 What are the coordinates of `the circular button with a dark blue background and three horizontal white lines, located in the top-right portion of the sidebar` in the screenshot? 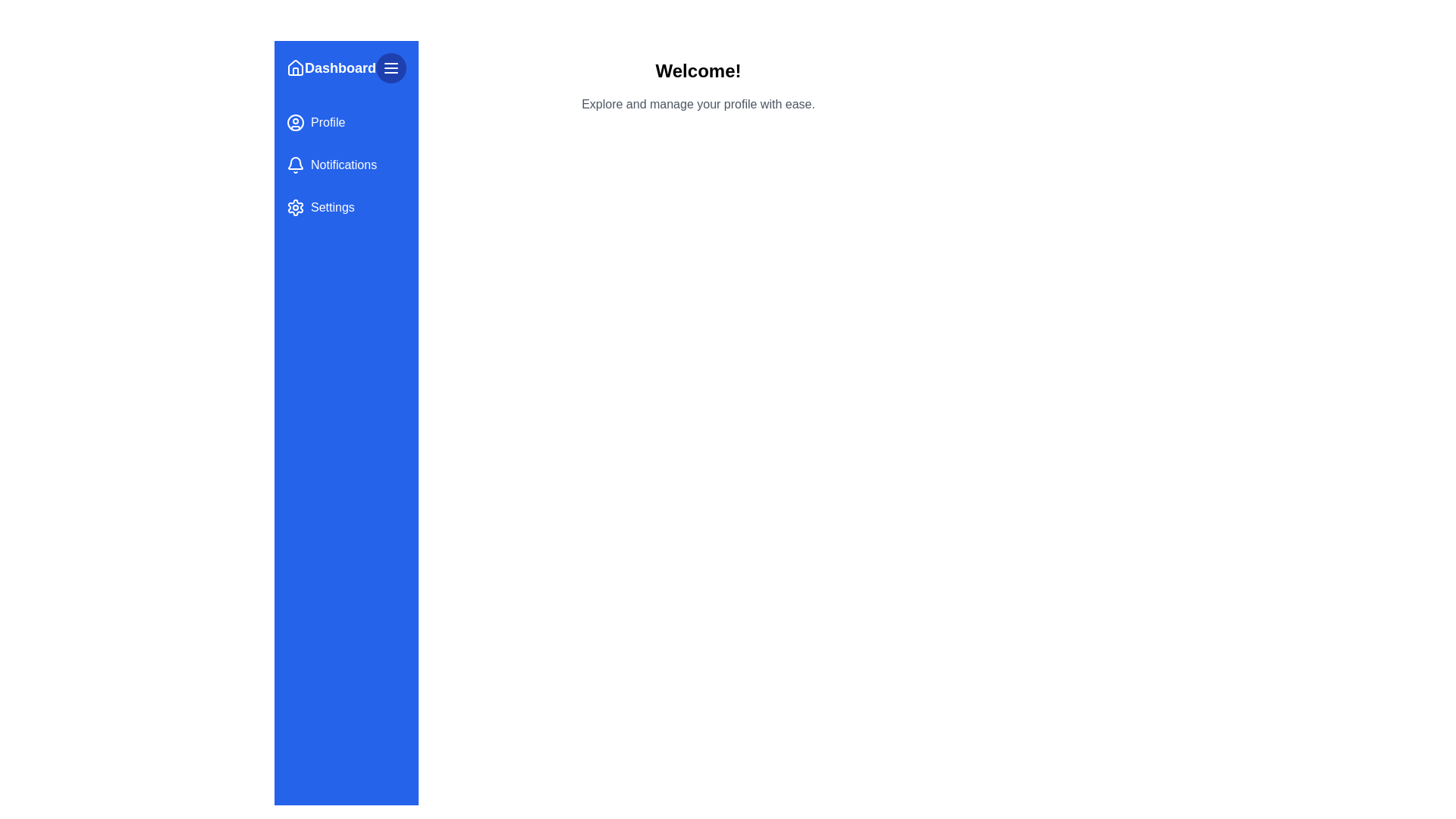 It's located at (391, 67).